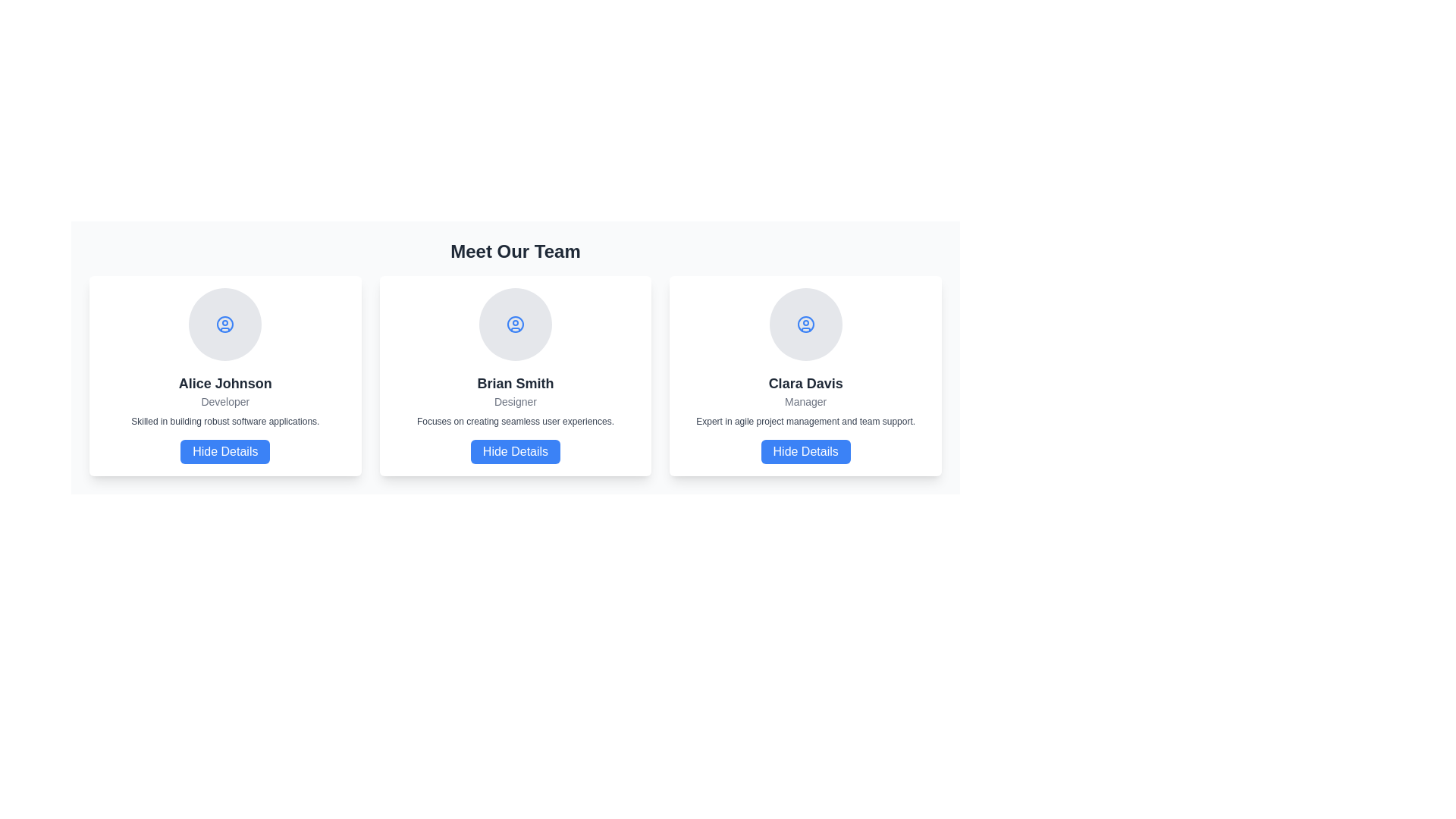 The width and height of the screenshot is (1456, 819). I want to click on the user profile icon associated with 'Alice Johnson' in the top-center of the first card, so click(224, 324).